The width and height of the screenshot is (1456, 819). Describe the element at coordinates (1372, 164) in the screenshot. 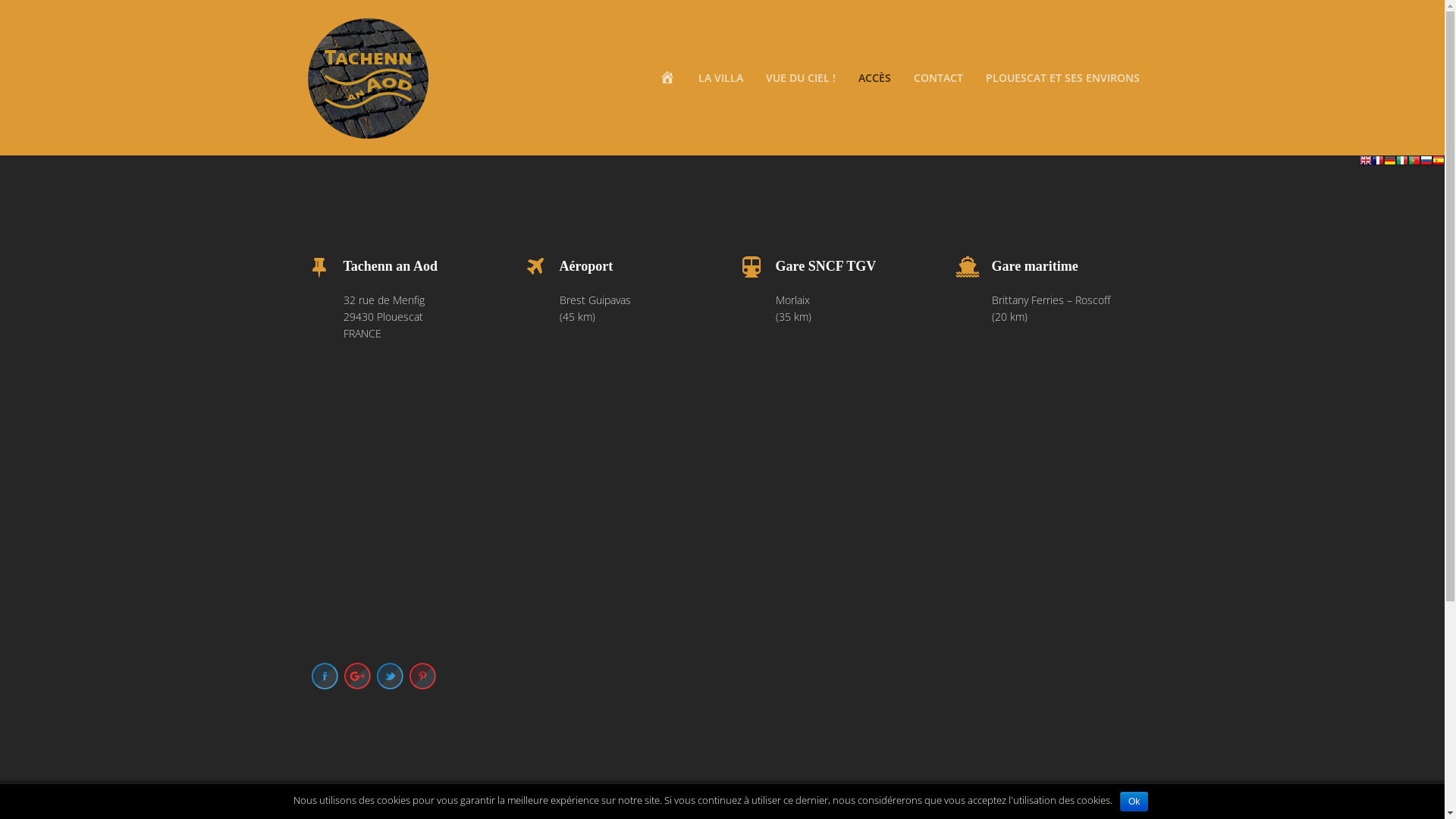

I see `'French'` at that location.